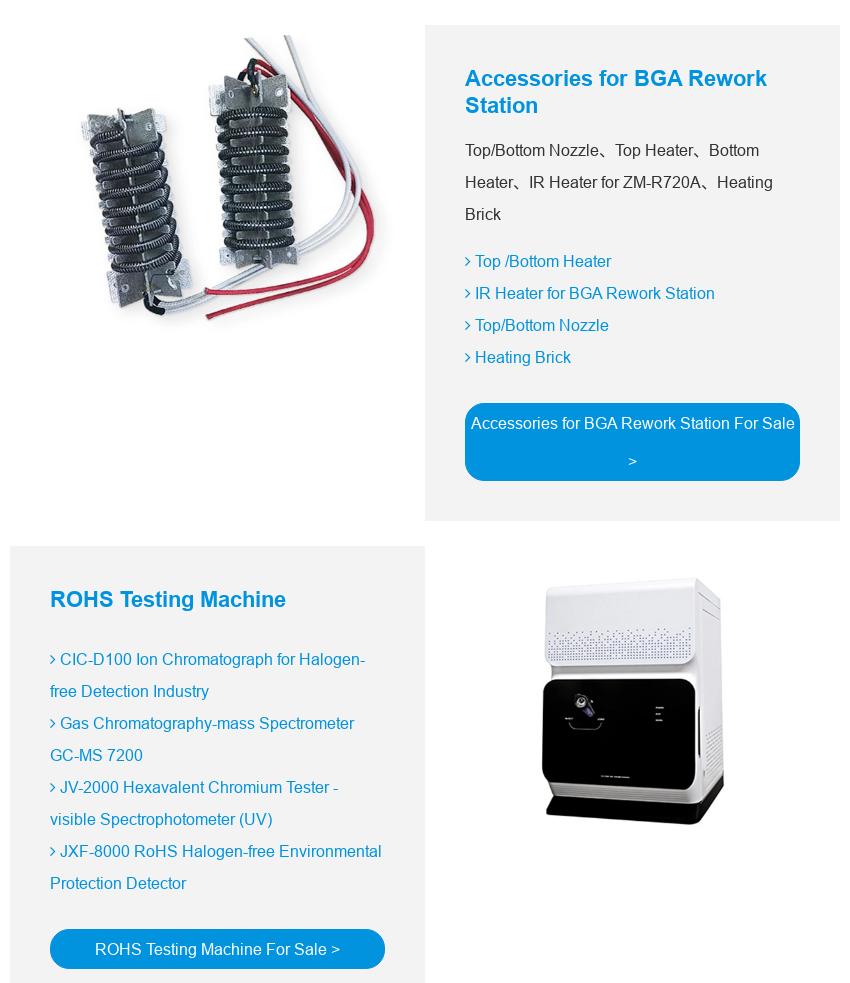 This screenshot has height=983, width=850. I want to click on 'Accessories for BGA Rework Station For Sale >', so click(630, 440).